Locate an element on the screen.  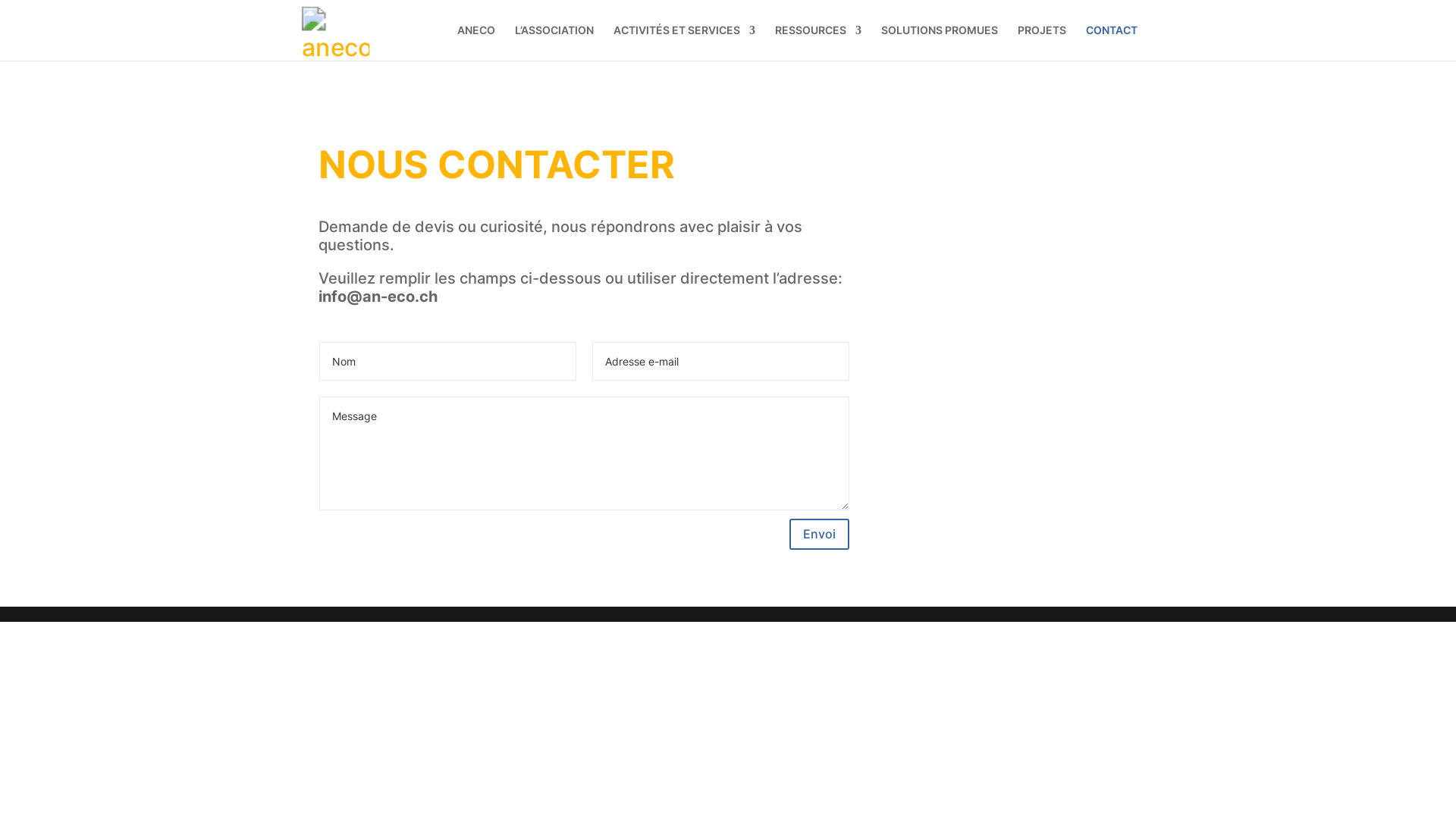
'CONTACT' is located at coordinates (1084, 42).